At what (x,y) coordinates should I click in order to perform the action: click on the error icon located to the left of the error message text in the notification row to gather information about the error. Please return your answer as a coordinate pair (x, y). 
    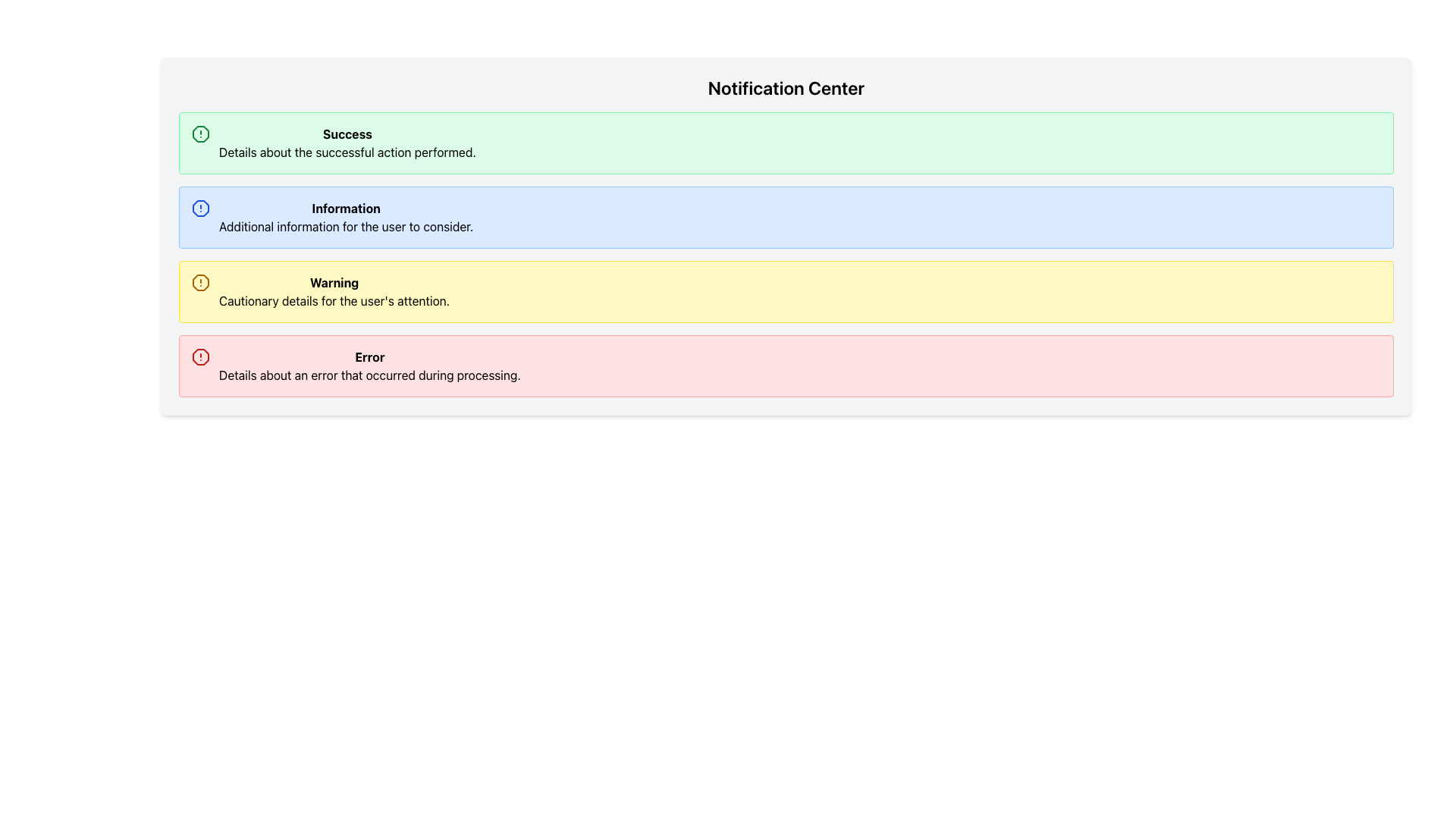
    Looking at the image, I should click on (199, 356).